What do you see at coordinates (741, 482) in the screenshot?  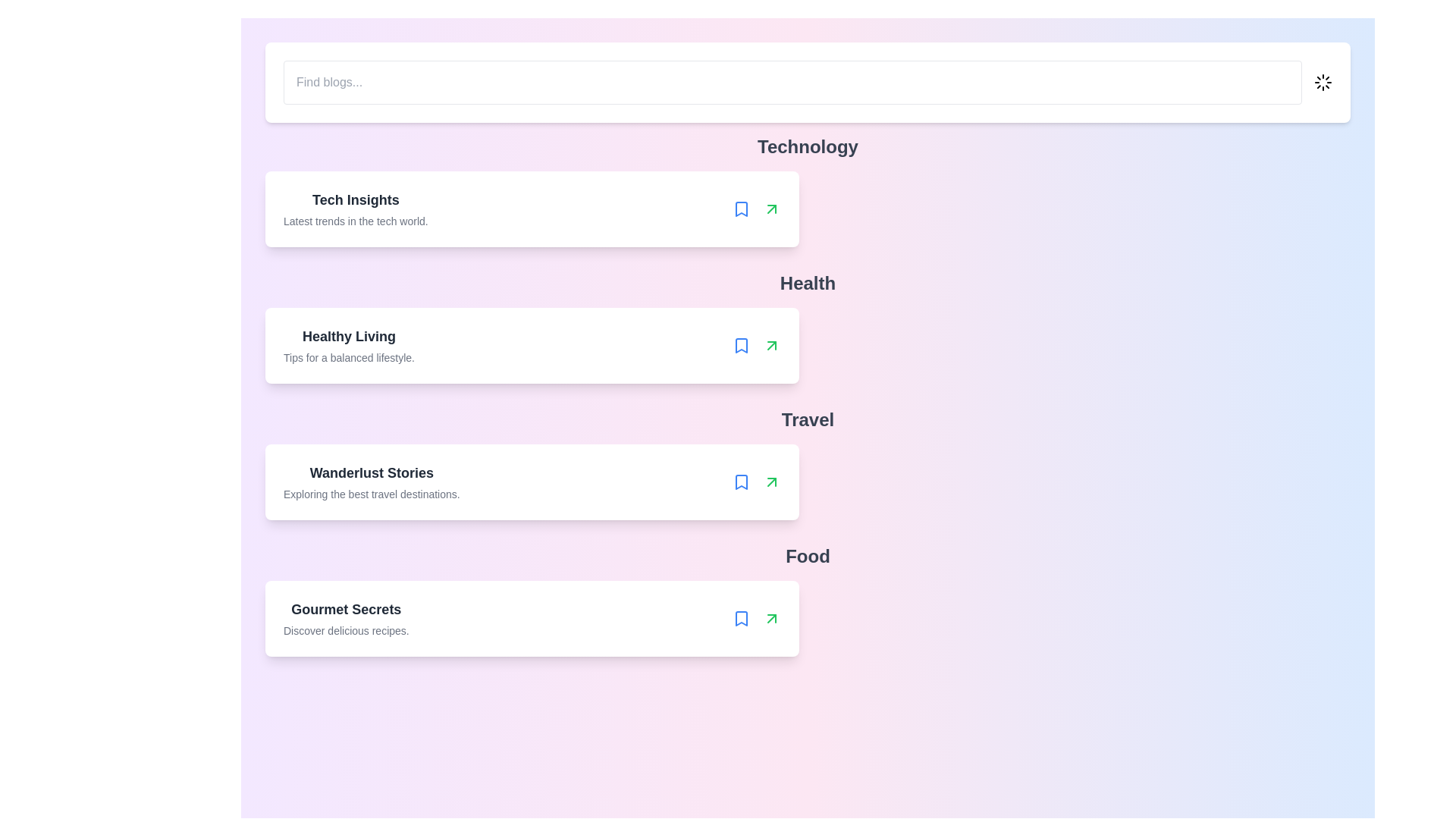 I see `the third bookmark icon located in the rightmost position of the toolbar group beside the 'Wanderlust Stories' card` at bounding box center [741, 482].